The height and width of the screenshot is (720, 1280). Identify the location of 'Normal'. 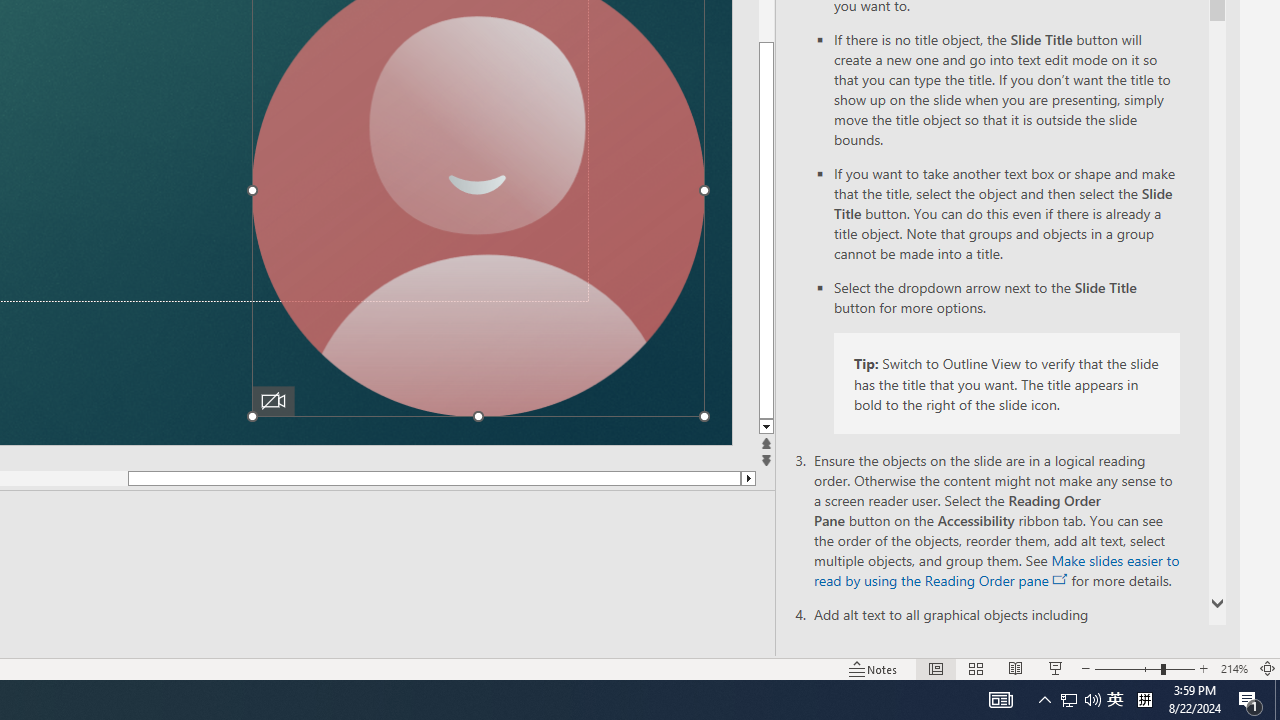
(935, 669).